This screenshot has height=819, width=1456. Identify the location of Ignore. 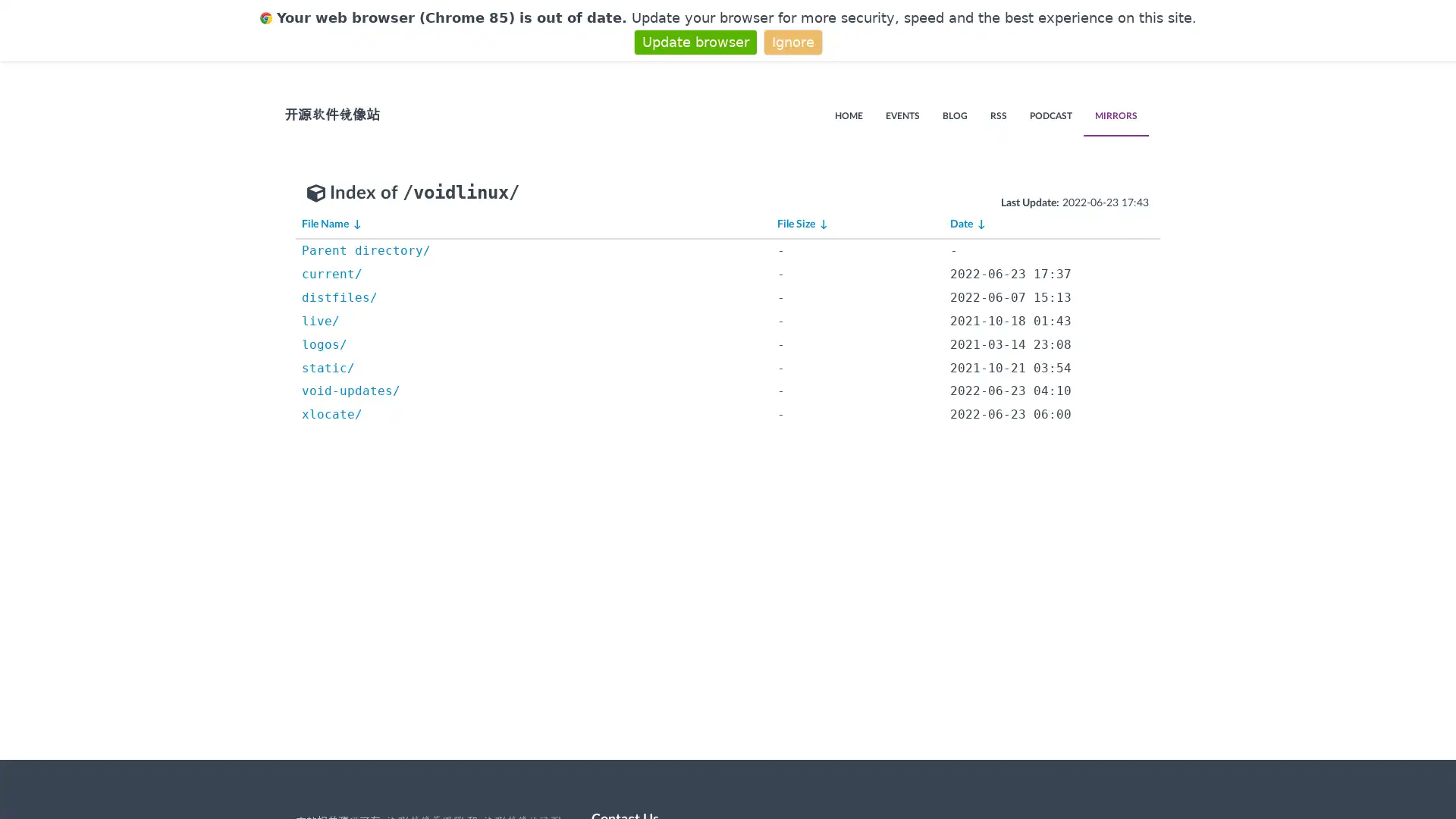
(792, 41).